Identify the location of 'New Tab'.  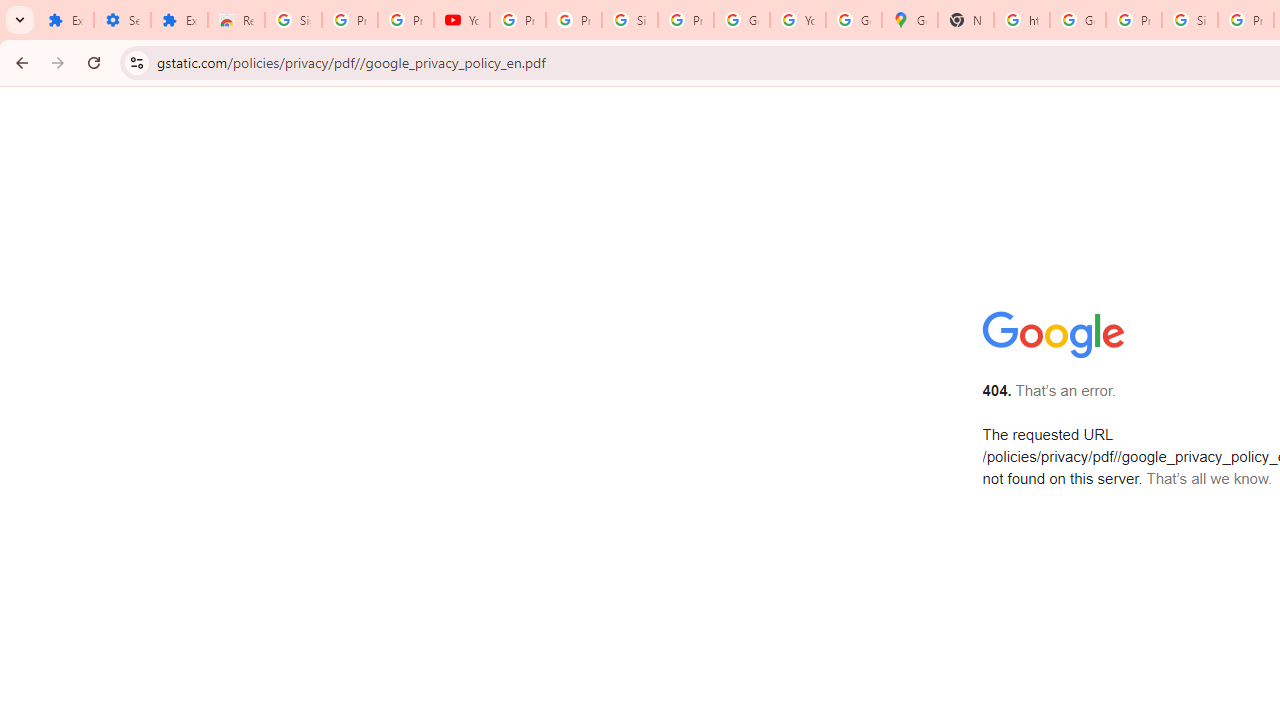
(966, 20).